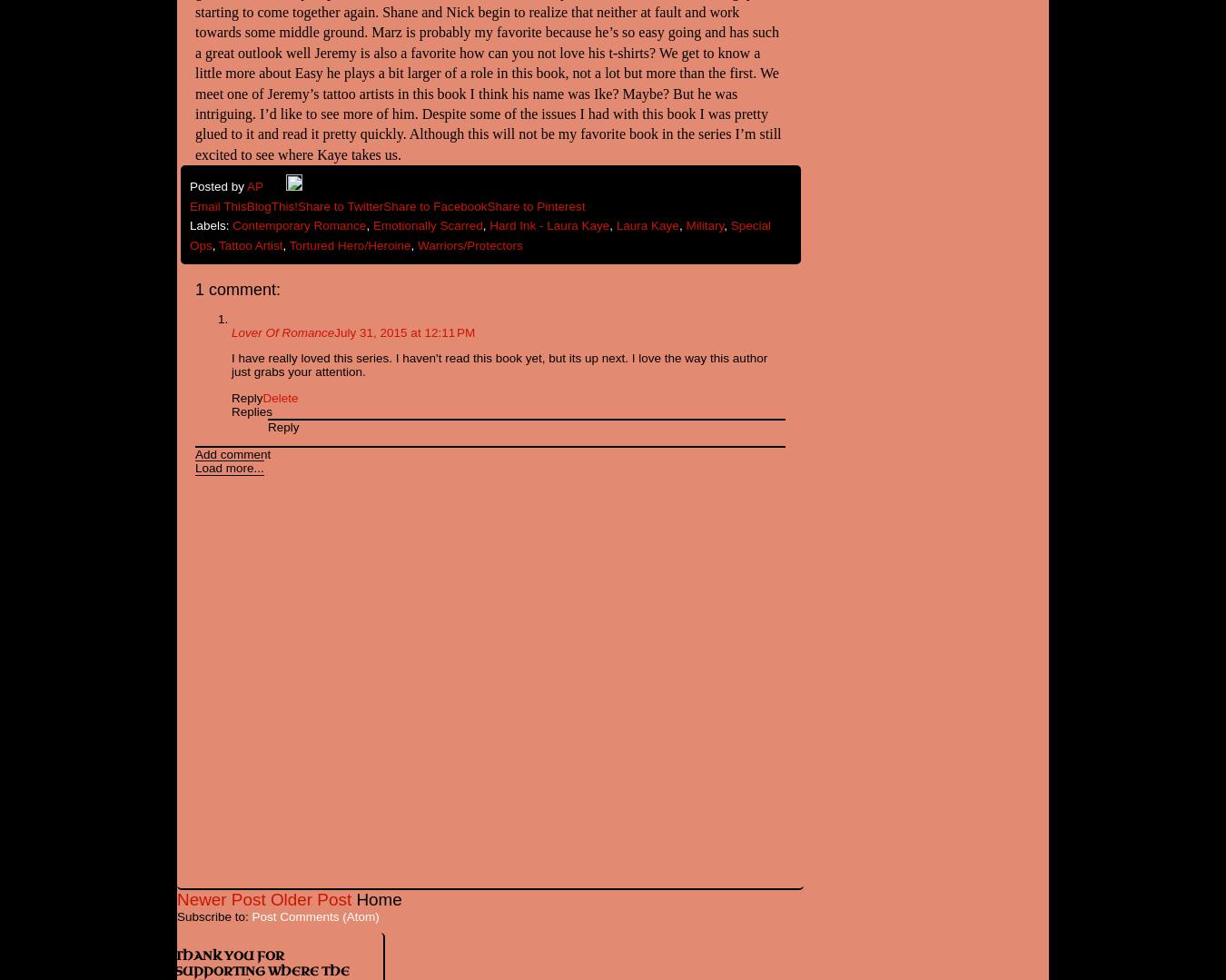 The image size is (1226, 980). Describe the element at coordinates (469, 244) in the screenshot. I see `'Warriors/Protectors'` at that location.